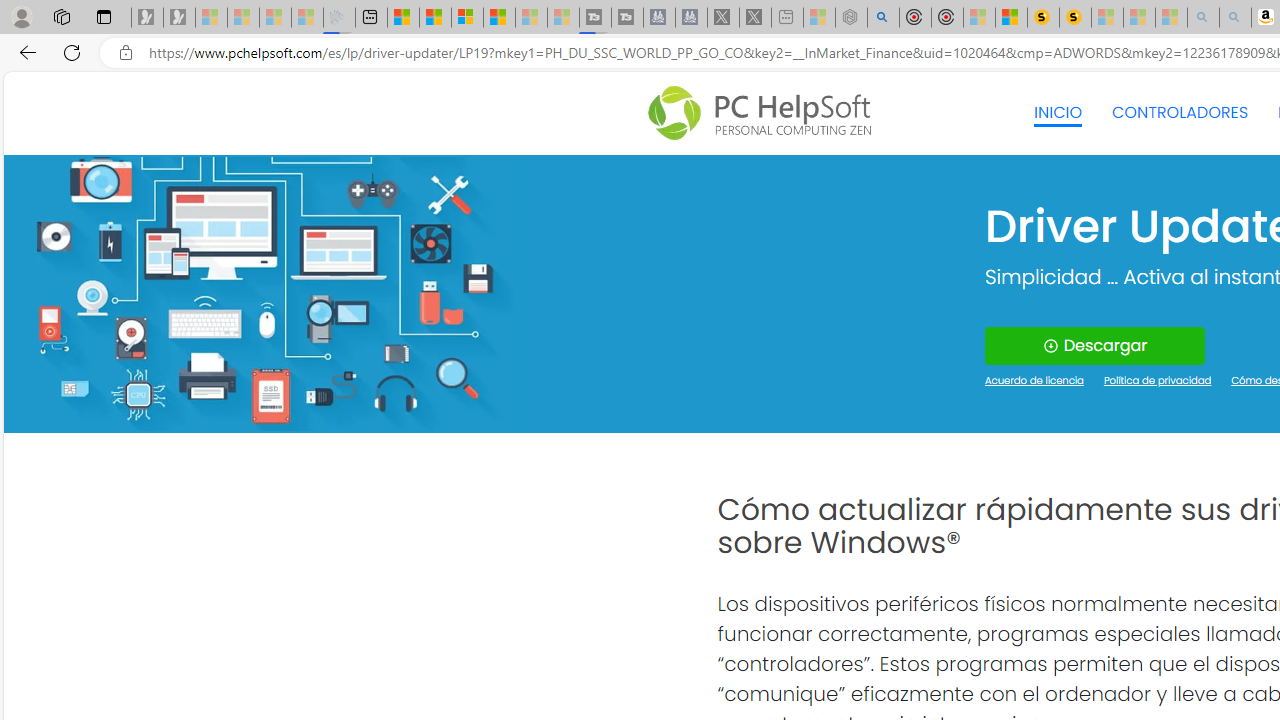  What do you see at coordinates (594, 17) in the screenshot?
I see `'Streaming Coverage | T3 - Sleeping'` at bounding box center [594, 17].